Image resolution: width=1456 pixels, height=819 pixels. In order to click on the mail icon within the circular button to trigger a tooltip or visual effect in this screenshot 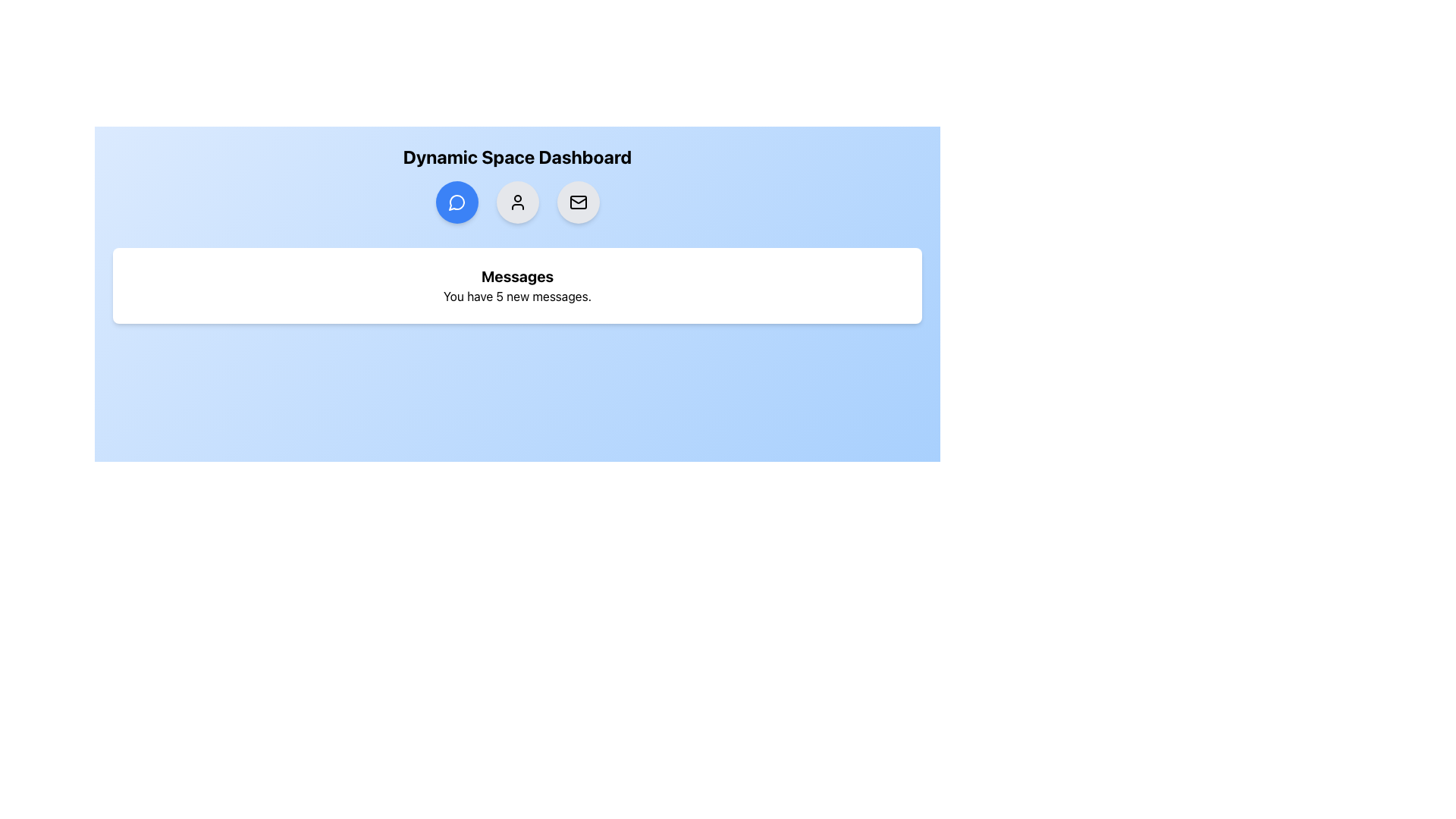, I will do `click(577, 201)`.